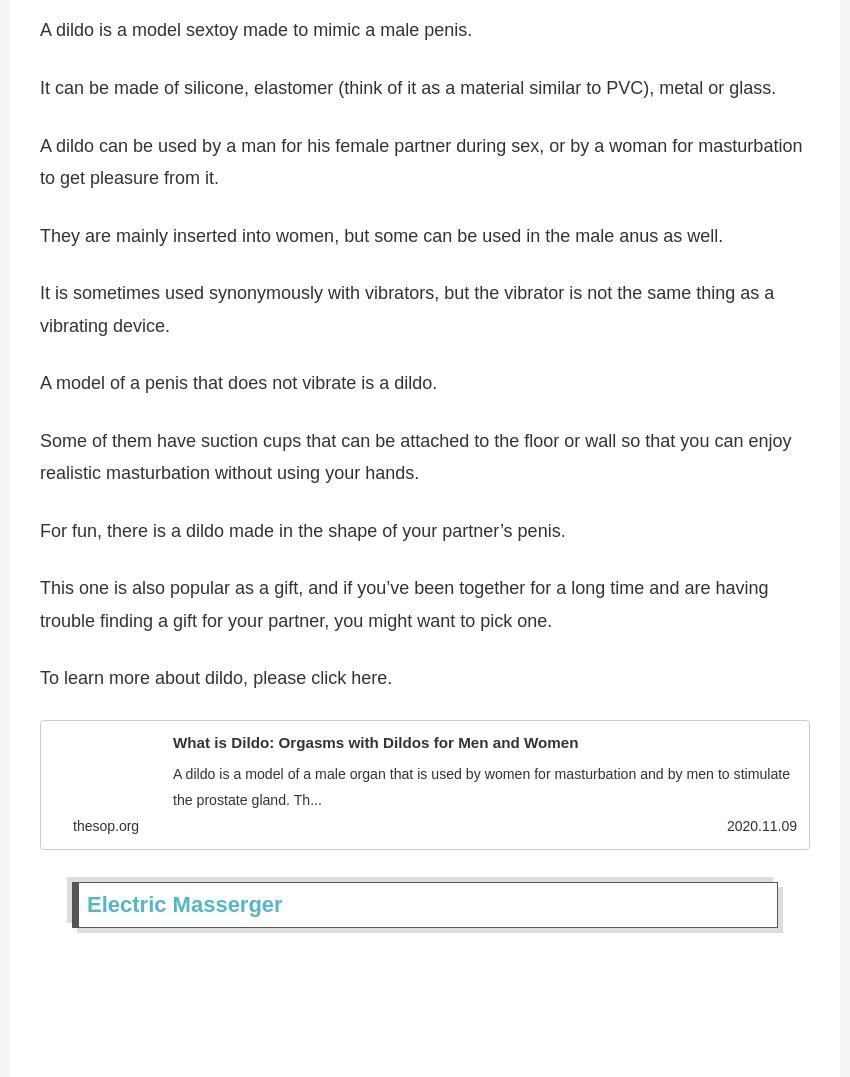 Image resolution: width=850 pixels, height=1077 pixels. What do you see at coordinates (408, 93) in the screenshot?
I see `'It can be made of silicone, elastomer (think of it as a material similar to PVC), metal or glass.'` at bounding box center [408, 93].